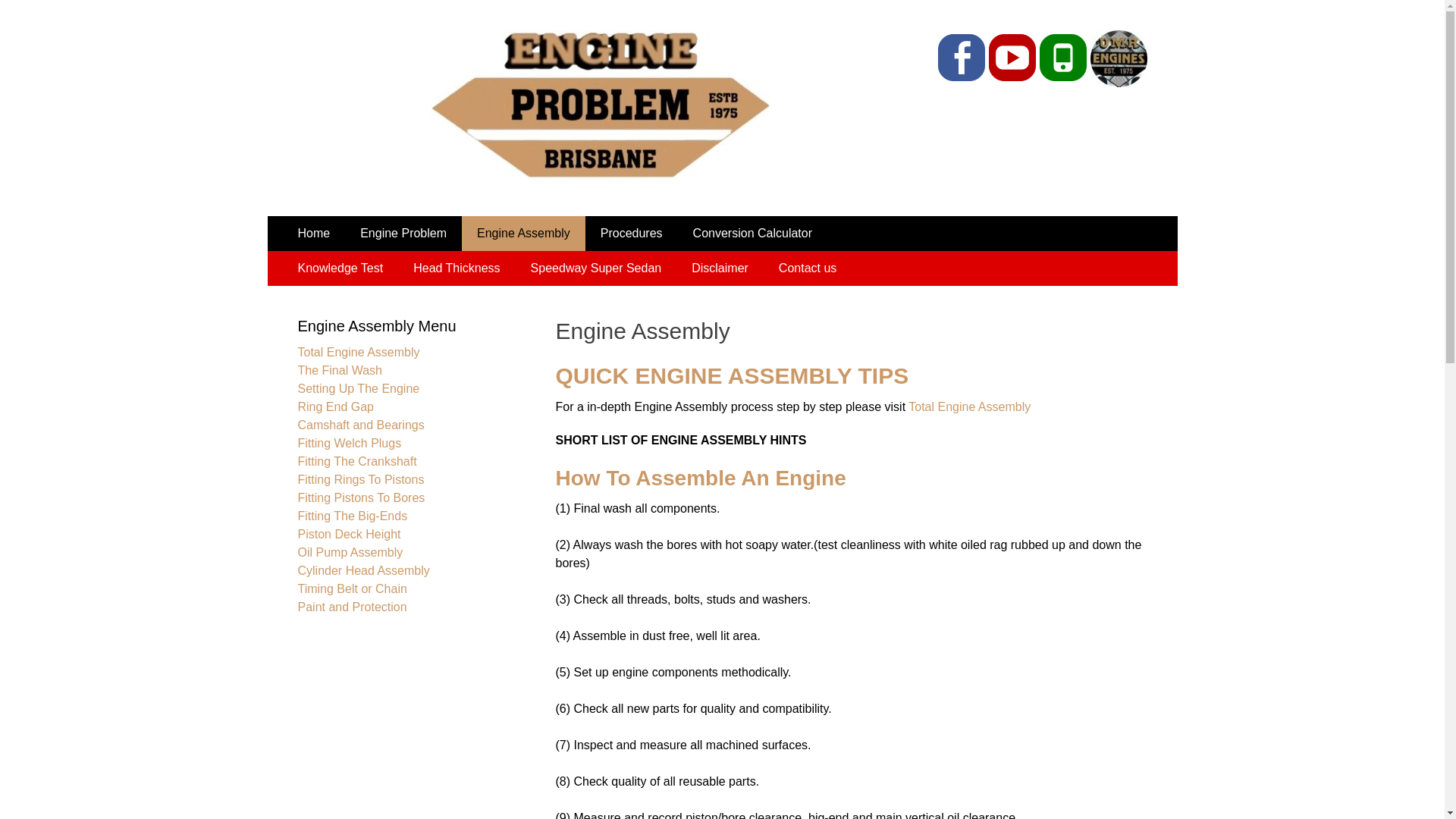 The image size is (1456, 819). Describe the element at coordinates (351, 588) in the screenshot. I see `'Timing Belt or Chain'` at that location.